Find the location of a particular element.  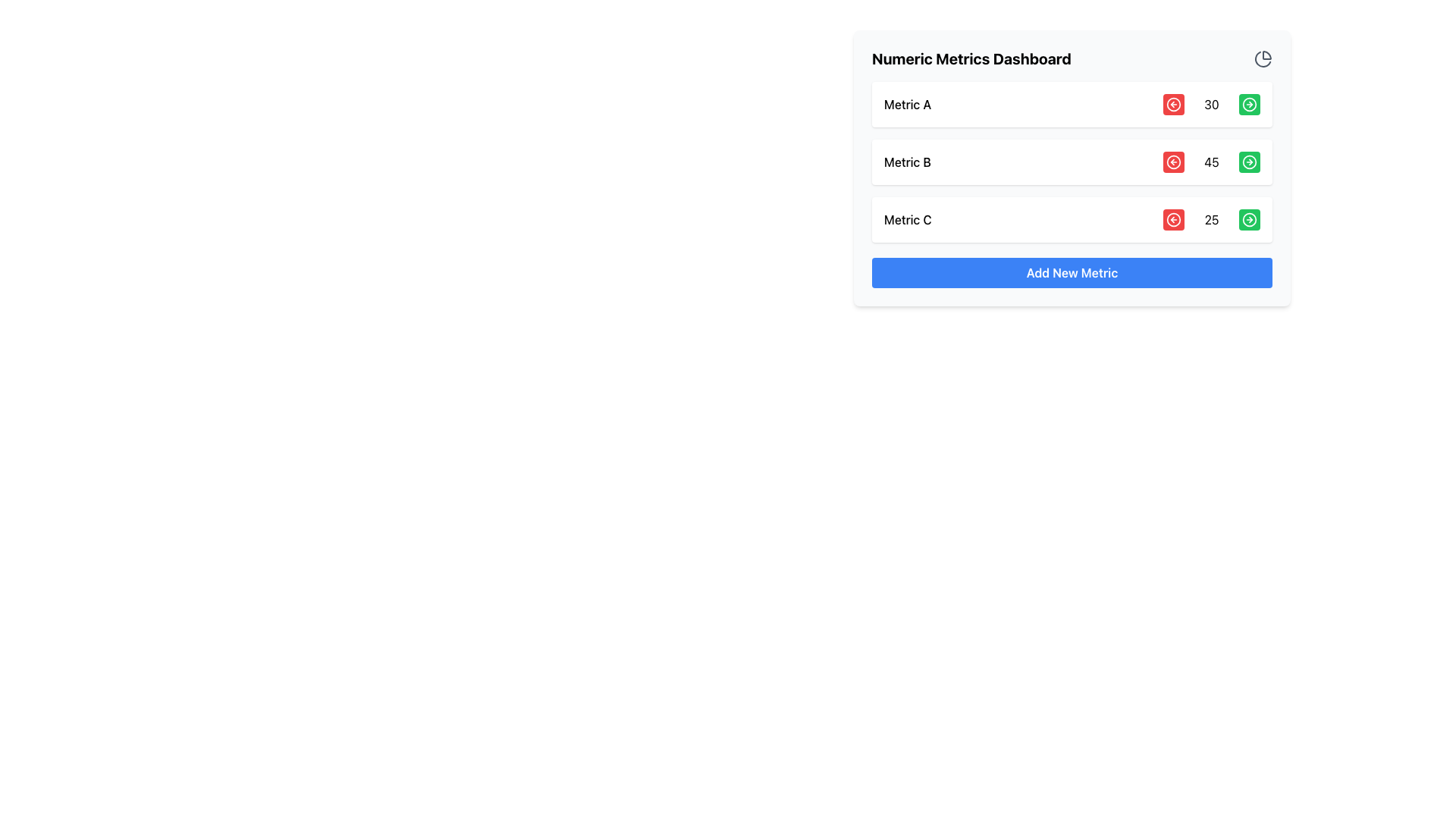

the text label for 'Metric B' located on the left side of the second item in the 'Numeric Metrics Dashboard' list is located at coordinates (907, 162).